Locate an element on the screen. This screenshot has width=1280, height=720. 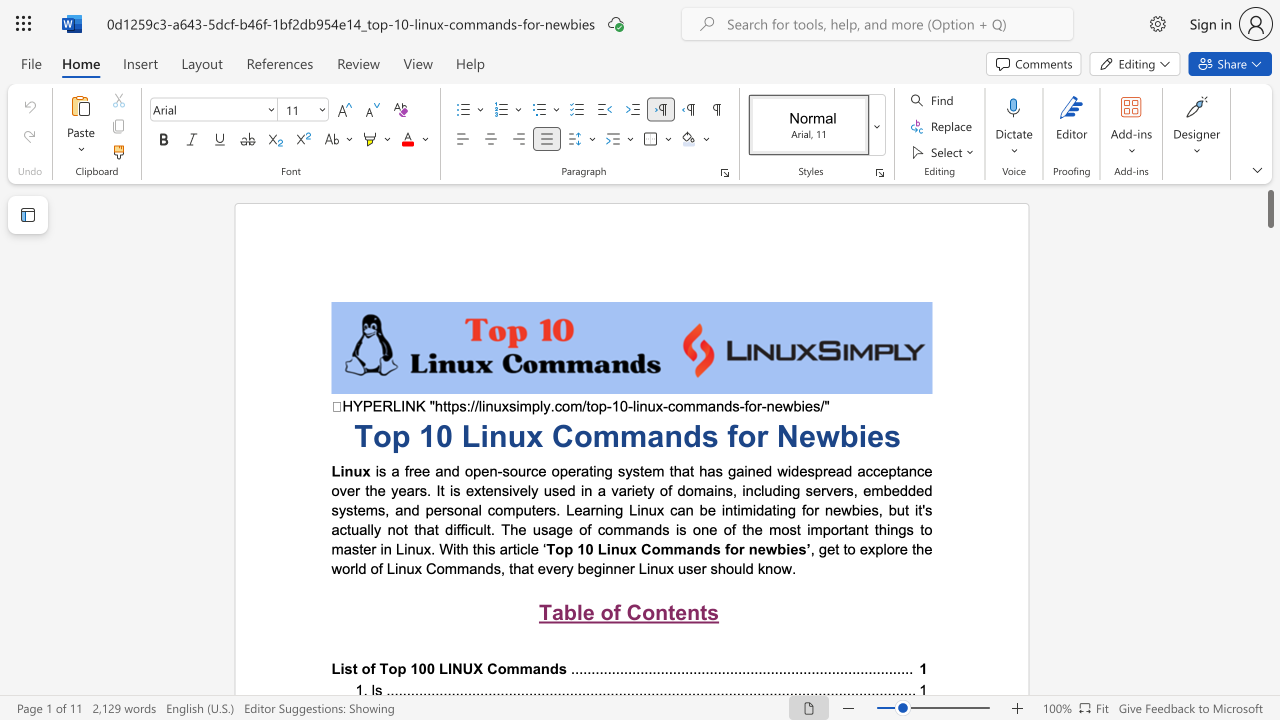
the subset text "er" within the text ", get to explore the world of Linux Commands, that every beginner Linux user should know." is located at coordinates (620, 568).